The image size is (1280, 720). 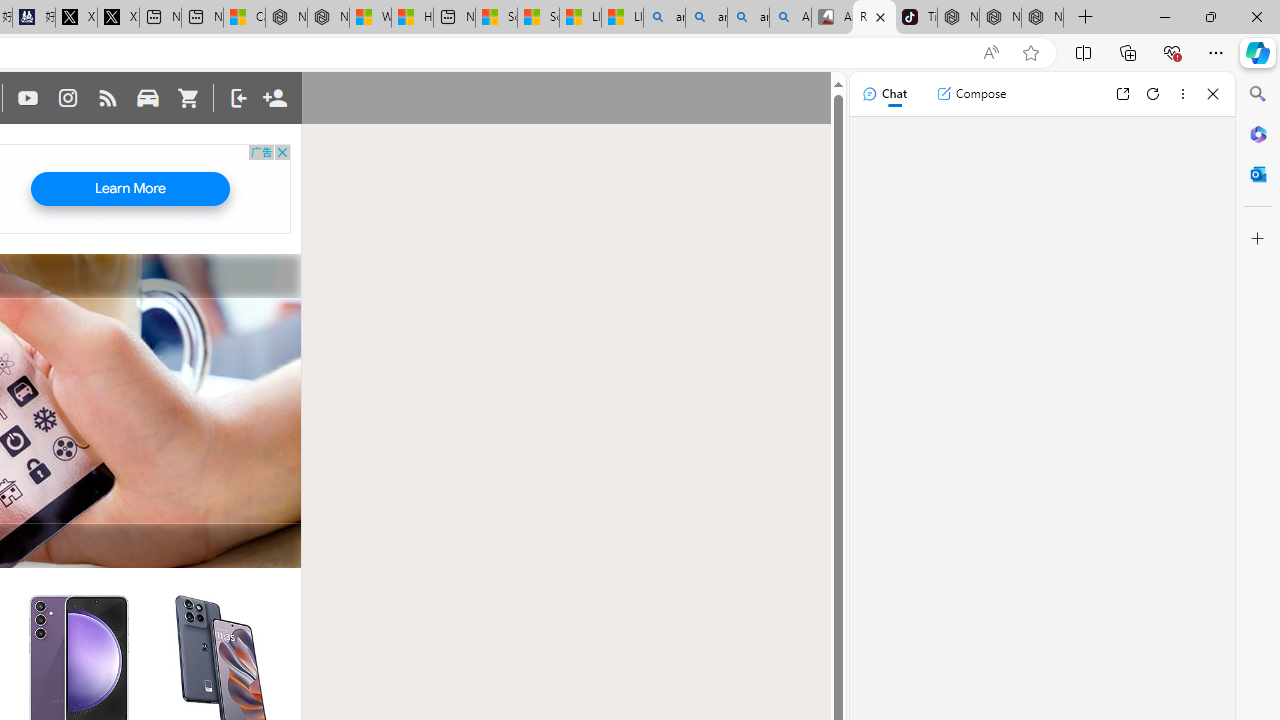 I want to click on 'Compose', so click(x=971, y=93).